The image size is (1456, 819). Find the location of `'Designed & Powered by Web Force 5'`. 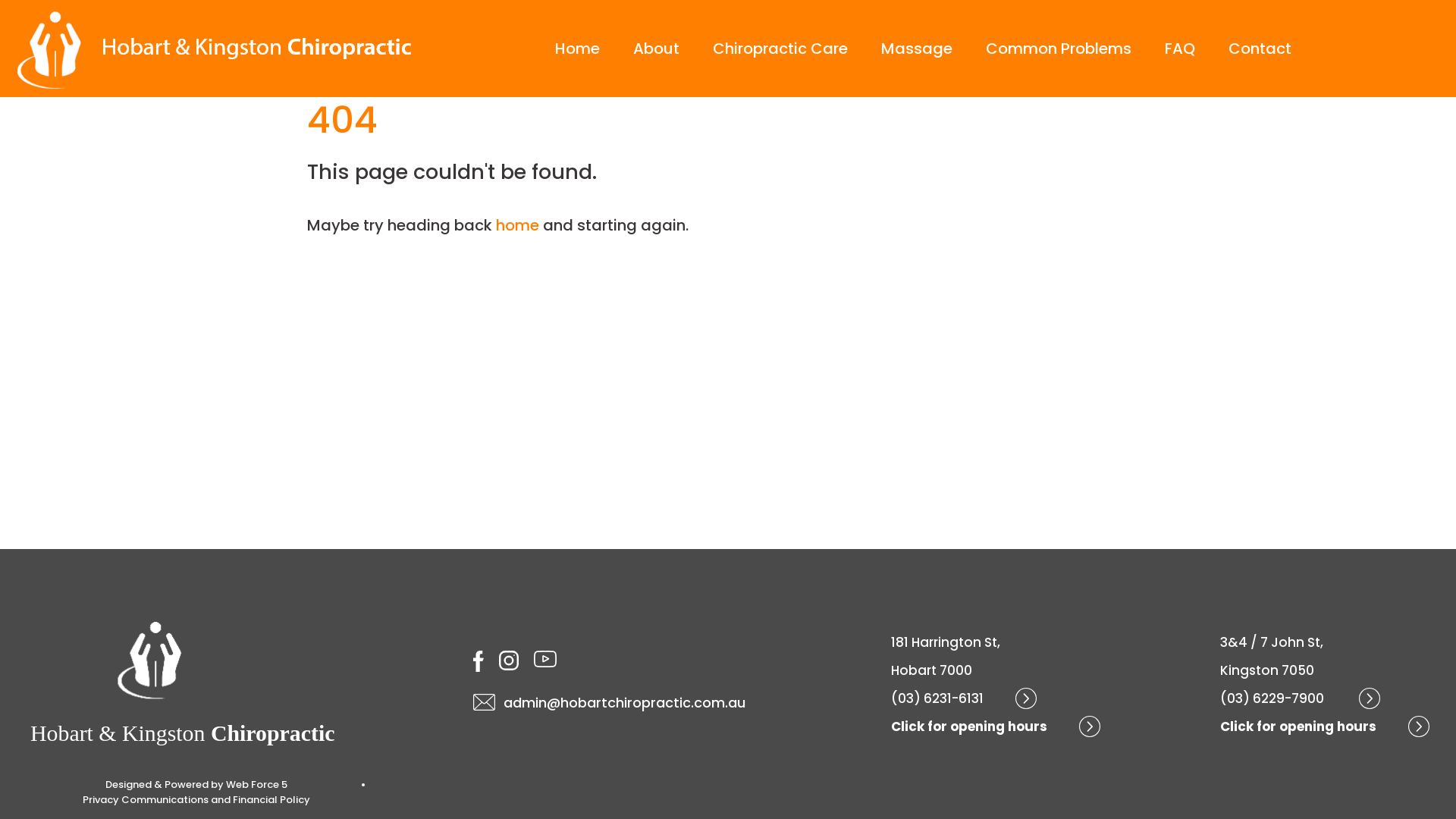

'Designed & Powered by Web Force 5' is located at coordinates (196, 784).